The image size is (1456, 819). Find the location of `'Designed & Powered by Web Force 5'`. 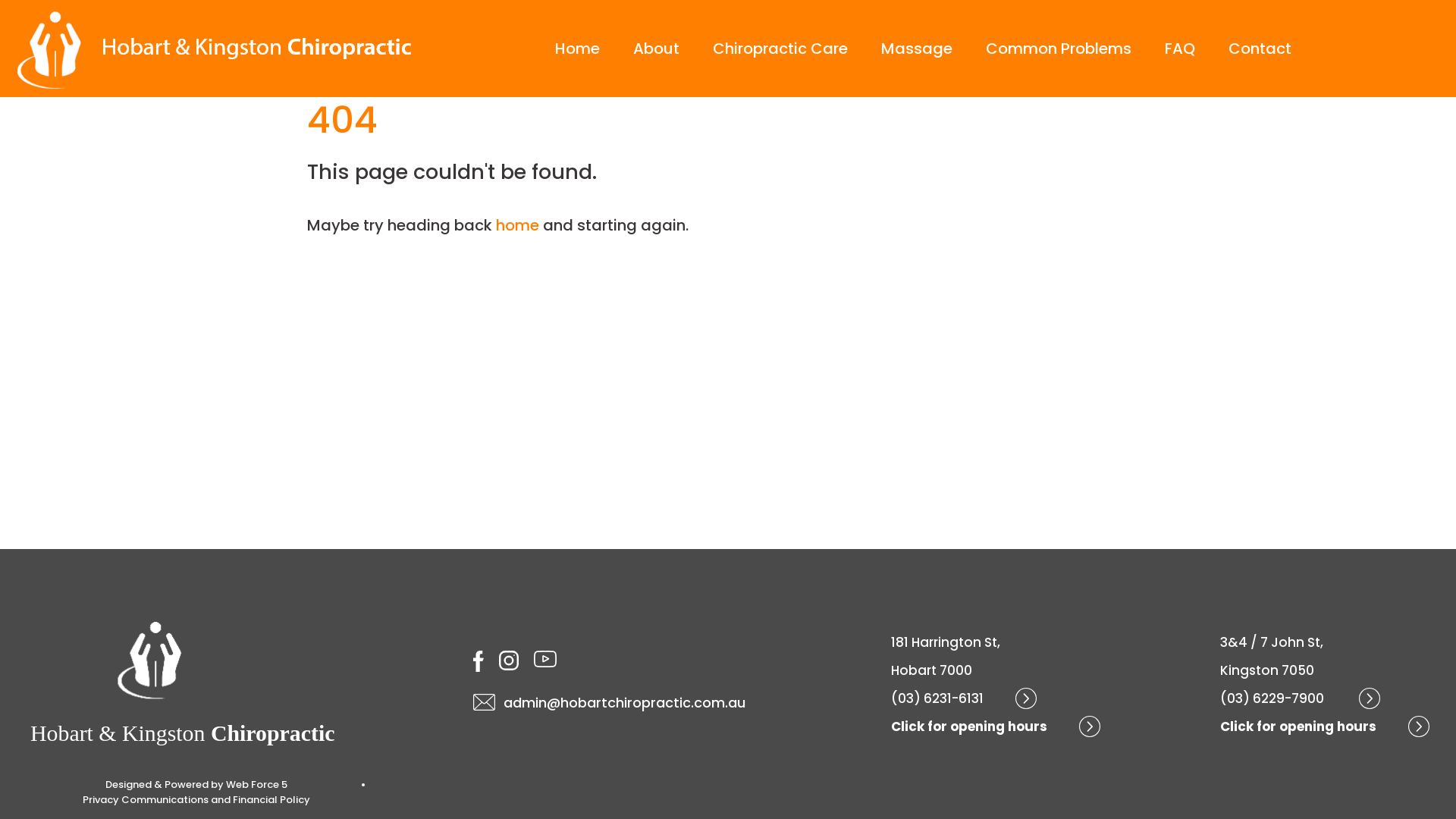

'Designed & Powered by Web Force 5' is located at coordinates (196, 784).